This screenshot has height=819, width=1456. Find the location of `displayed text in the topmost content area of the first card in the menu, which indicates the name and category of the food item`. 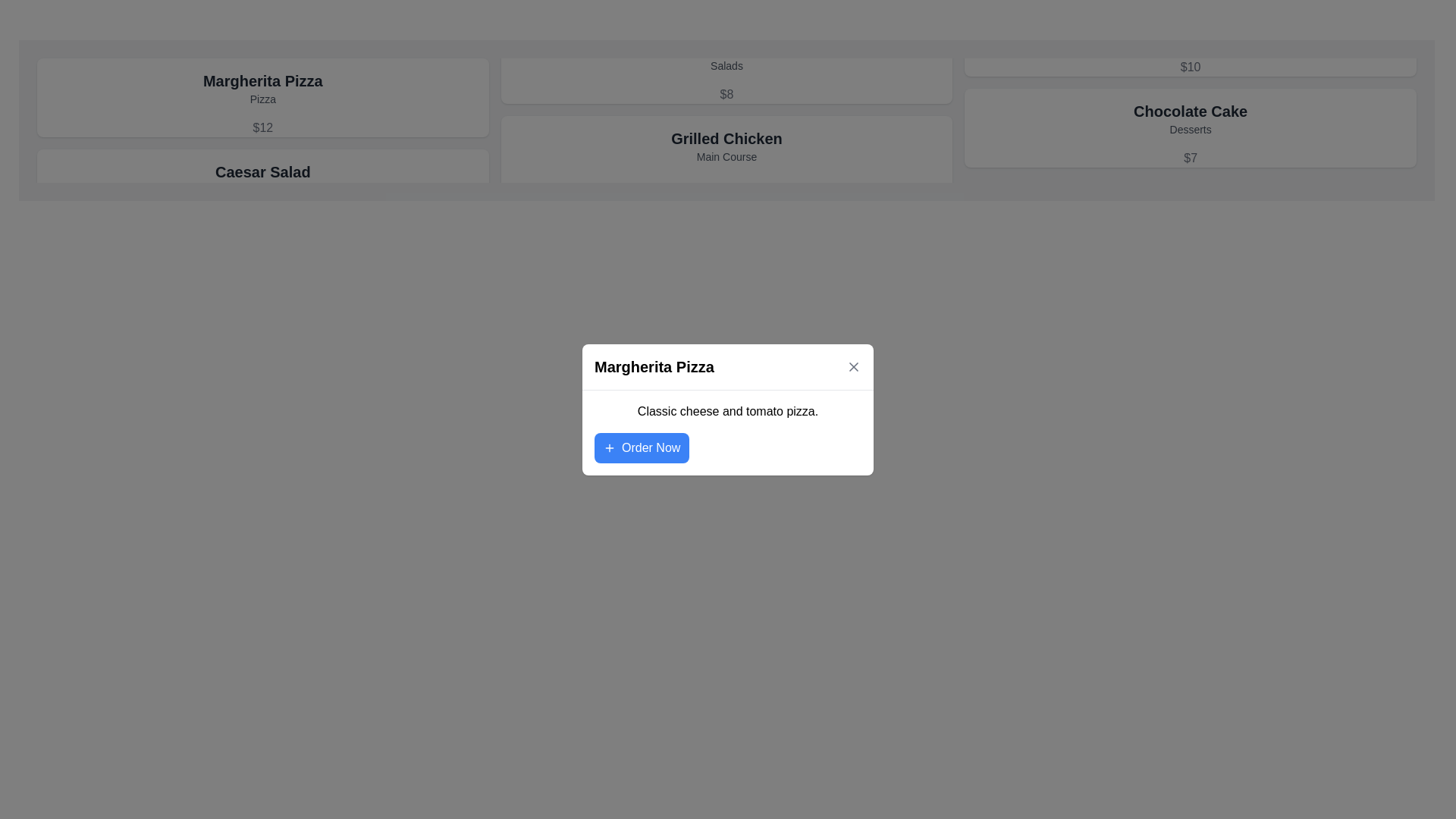

displayed text in the topmost content area of the first card in the menu, which indicates the name and category of the food item is located at coordinates (262, 88).